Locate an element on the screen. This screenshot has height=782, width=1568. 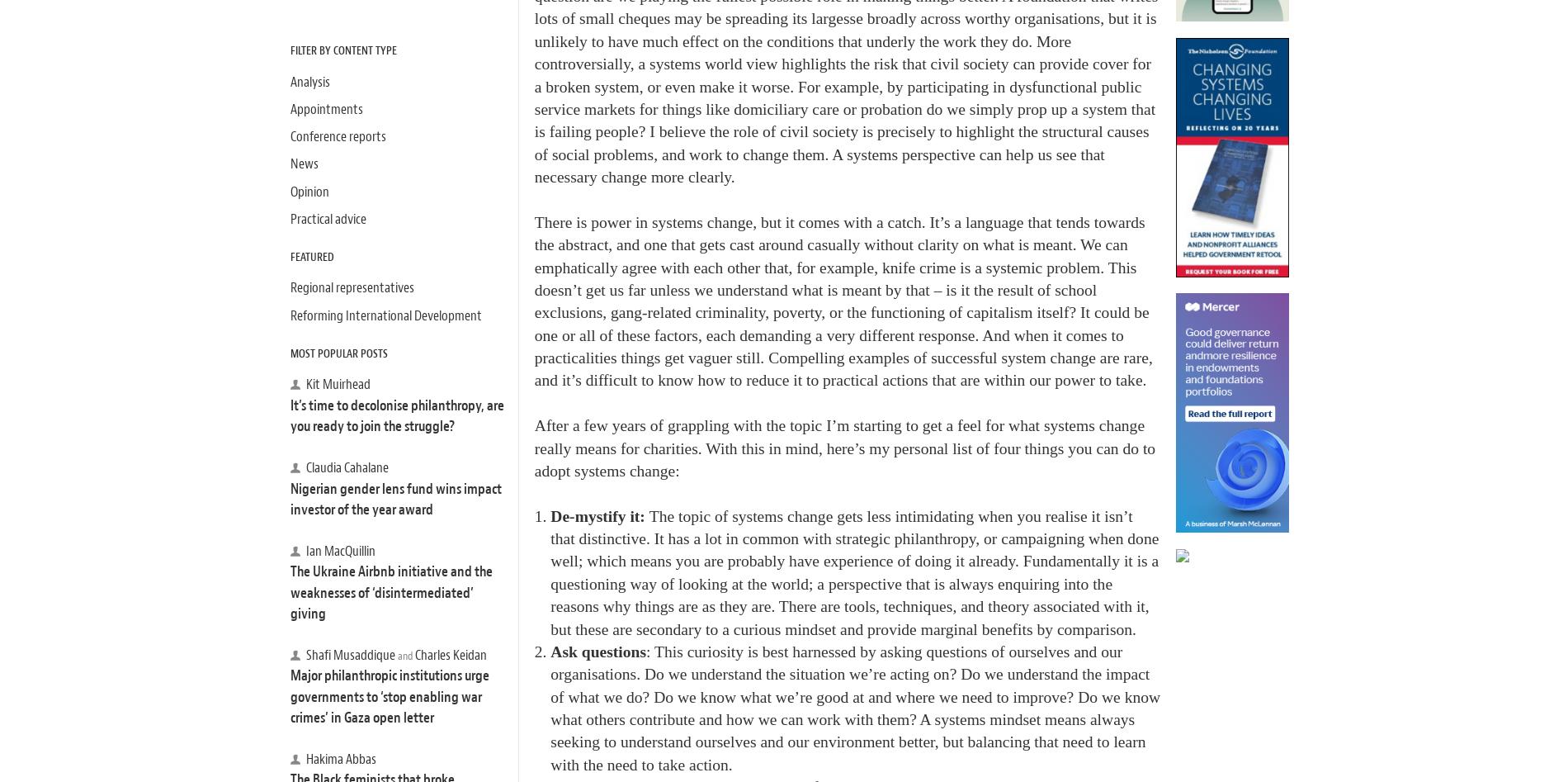
'News' is located at coordinates (290, 164).